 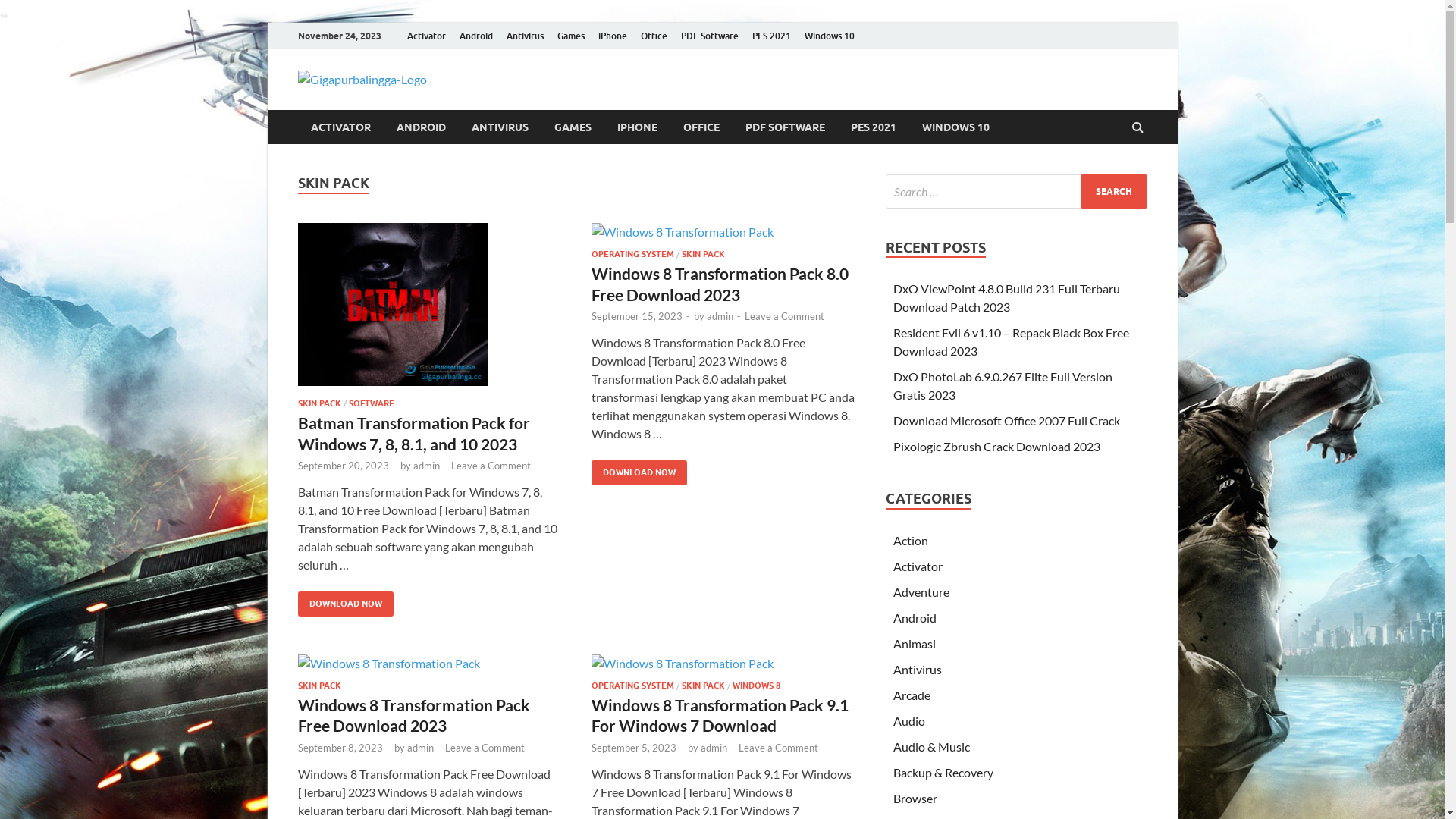 What do you see at coordinates (637, 315) in the screenshot?
I see `'September 15, 2023'` at bounding box center [637, 315].